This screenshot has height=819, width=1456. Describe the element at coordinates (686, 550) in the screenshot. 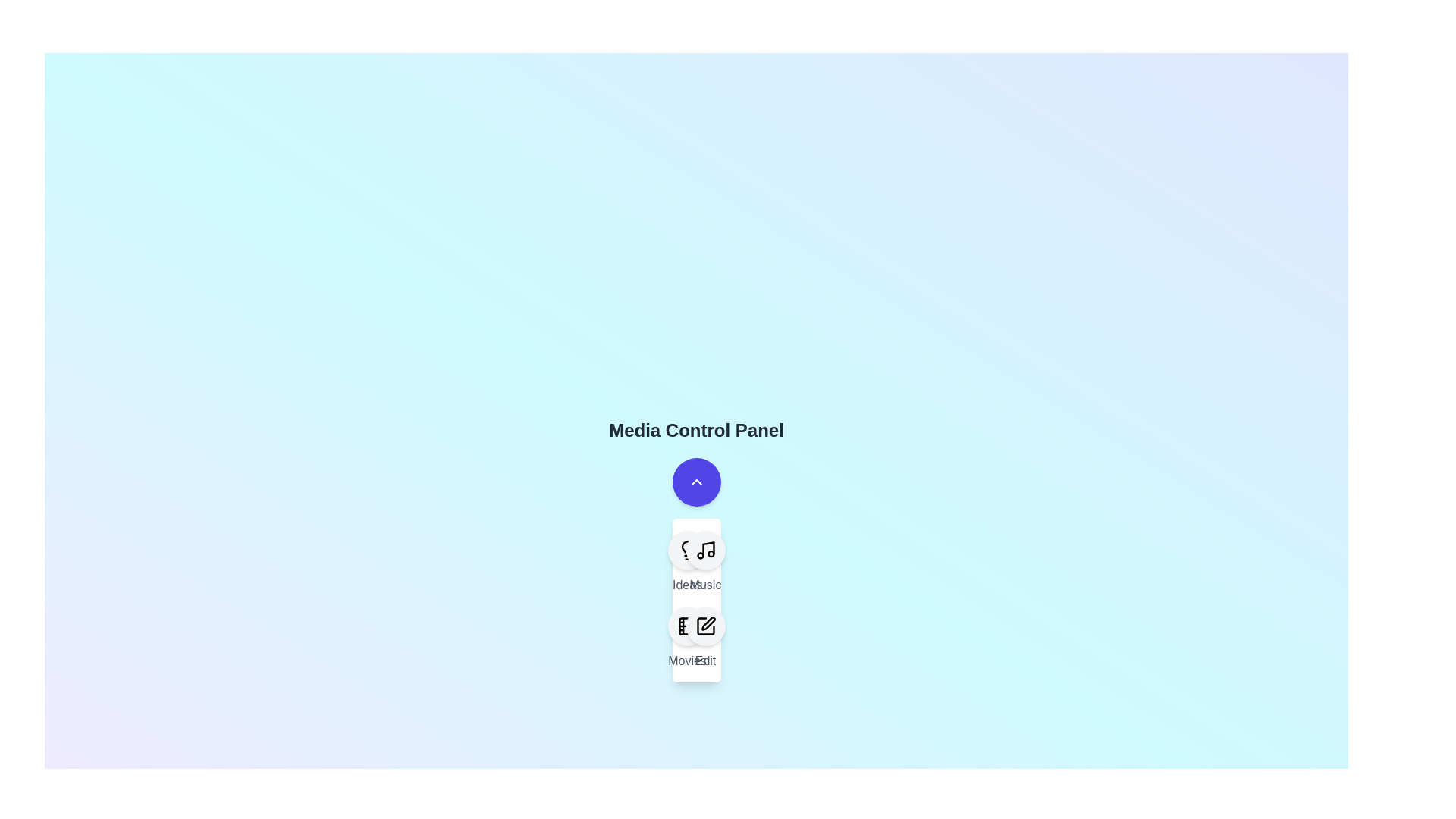

I see `the Ideas option in the menu` at that location.